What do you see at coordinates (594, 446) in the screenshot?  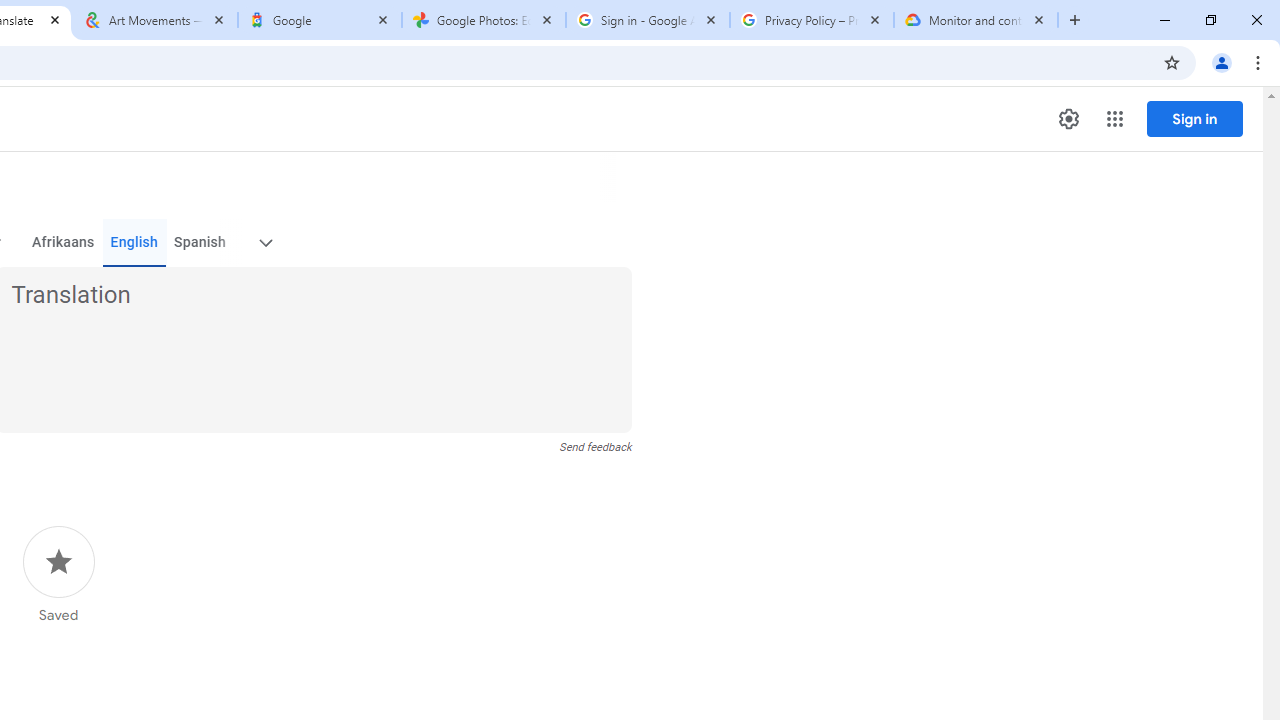 I see `'Send feedback'` at bounding box center [594, 446].